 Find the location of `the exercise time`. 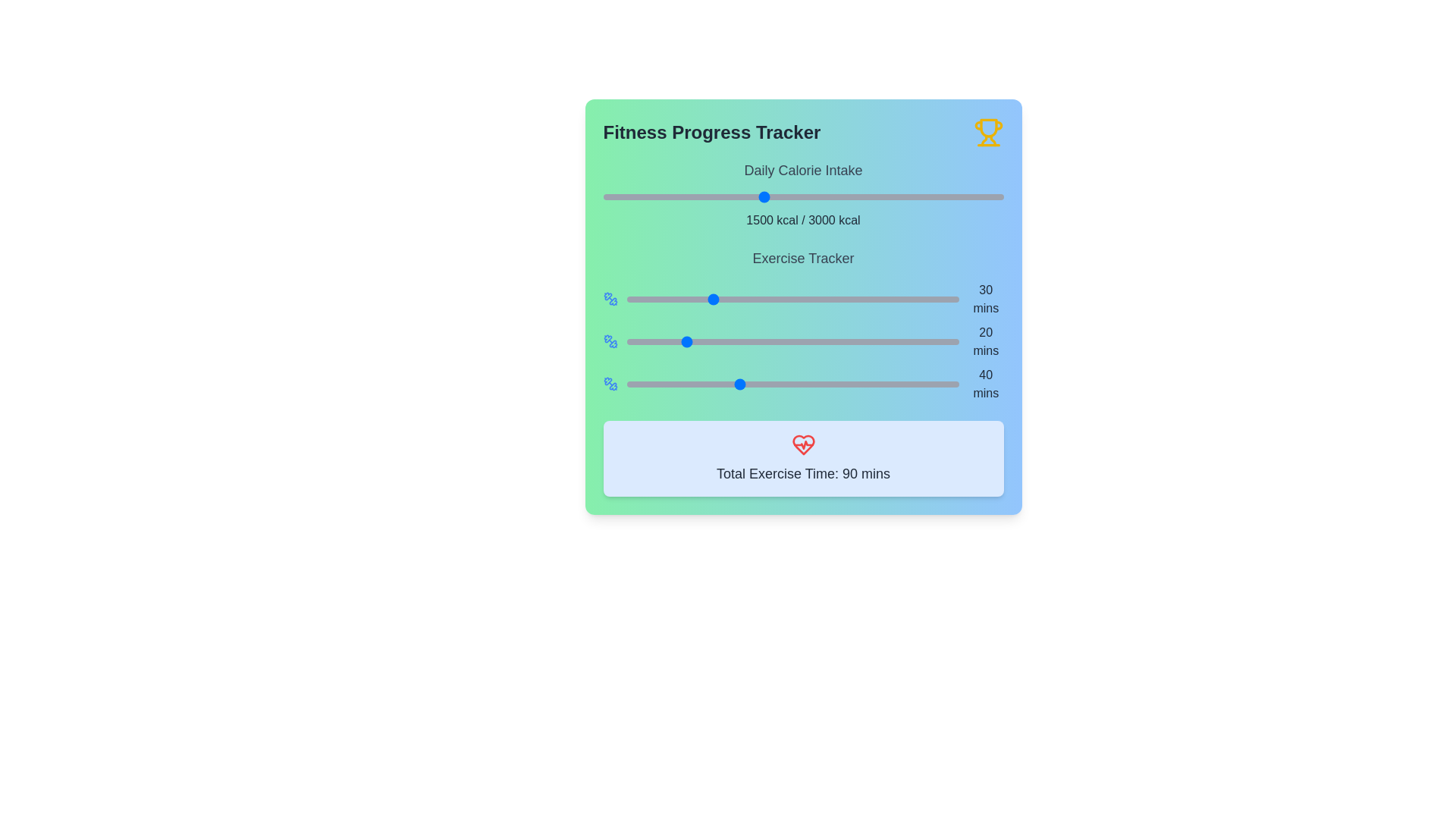

the exercise time is located at coordinates (651, 299).